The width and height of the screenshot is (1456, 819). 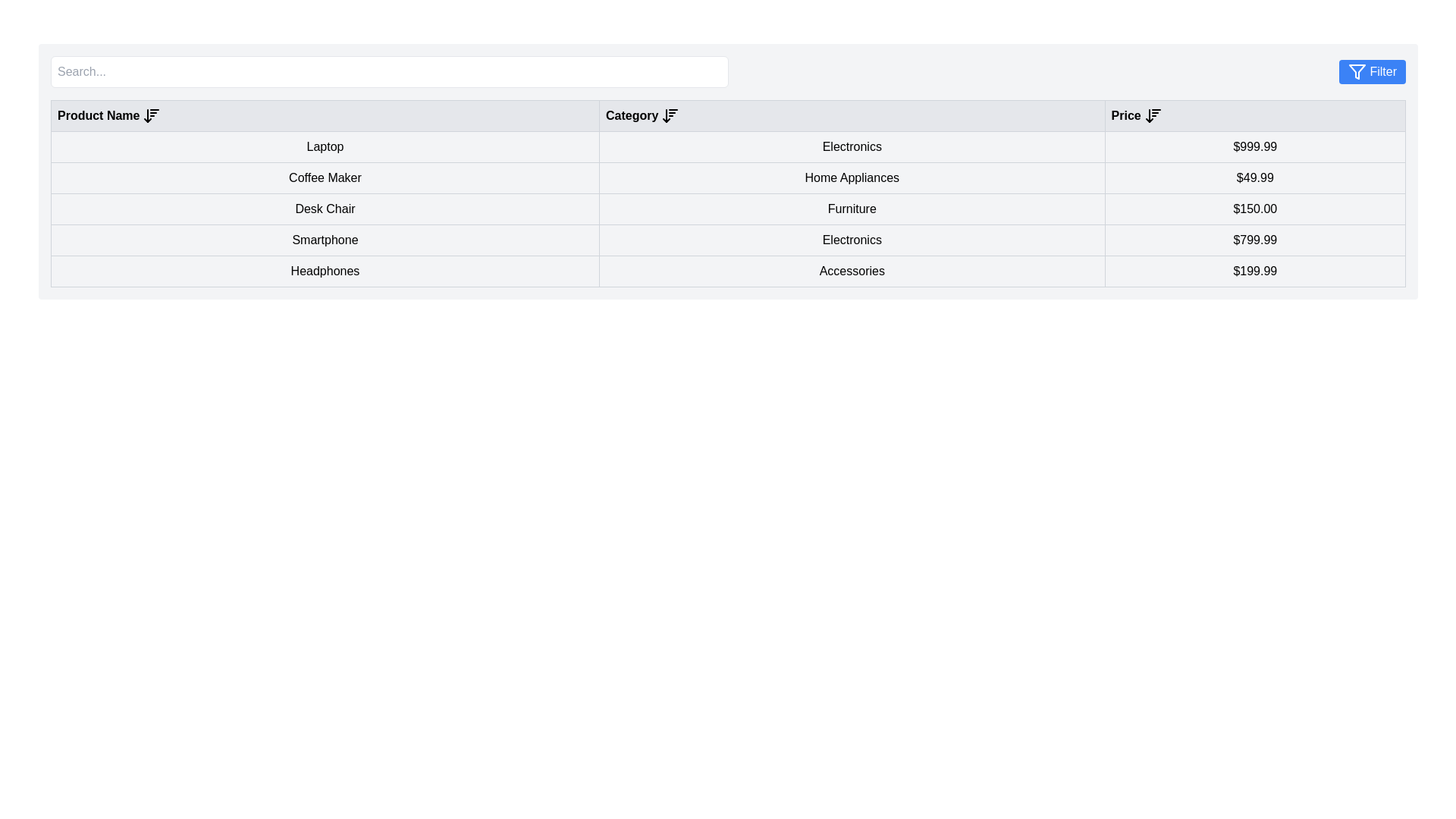 I want to click on text of the 'Home Appliances' label displayed in the second row, second column of the table, so click(x=852, y=177).